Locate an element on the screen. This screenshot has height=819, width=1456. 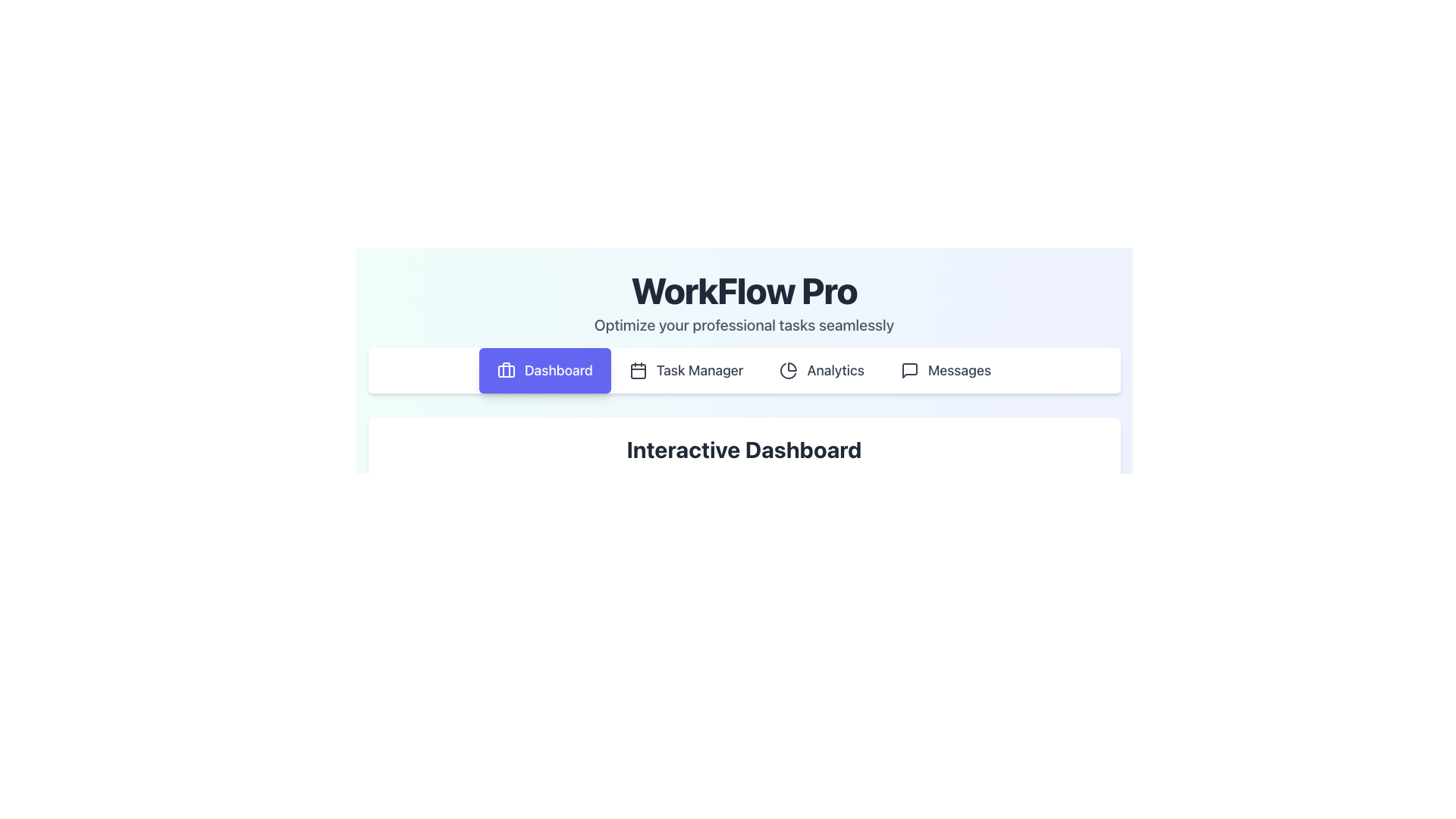
the 'Messages' button, which is the last item in the horizontal navigation bar is located at coordinates (945, 371).